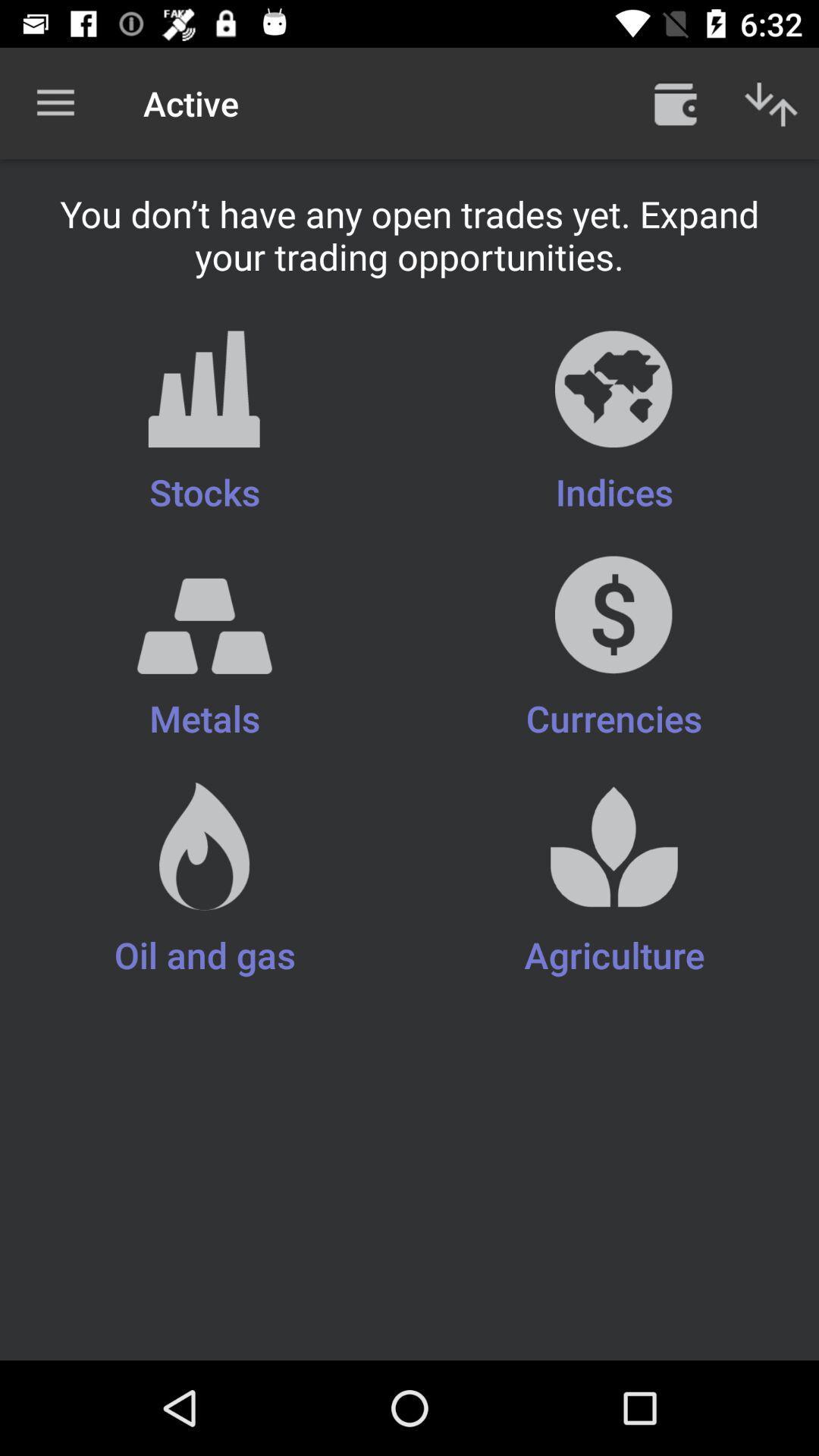 This screenshot has width=819, height=1456. I want to click on the stocks, so click(205, 423).